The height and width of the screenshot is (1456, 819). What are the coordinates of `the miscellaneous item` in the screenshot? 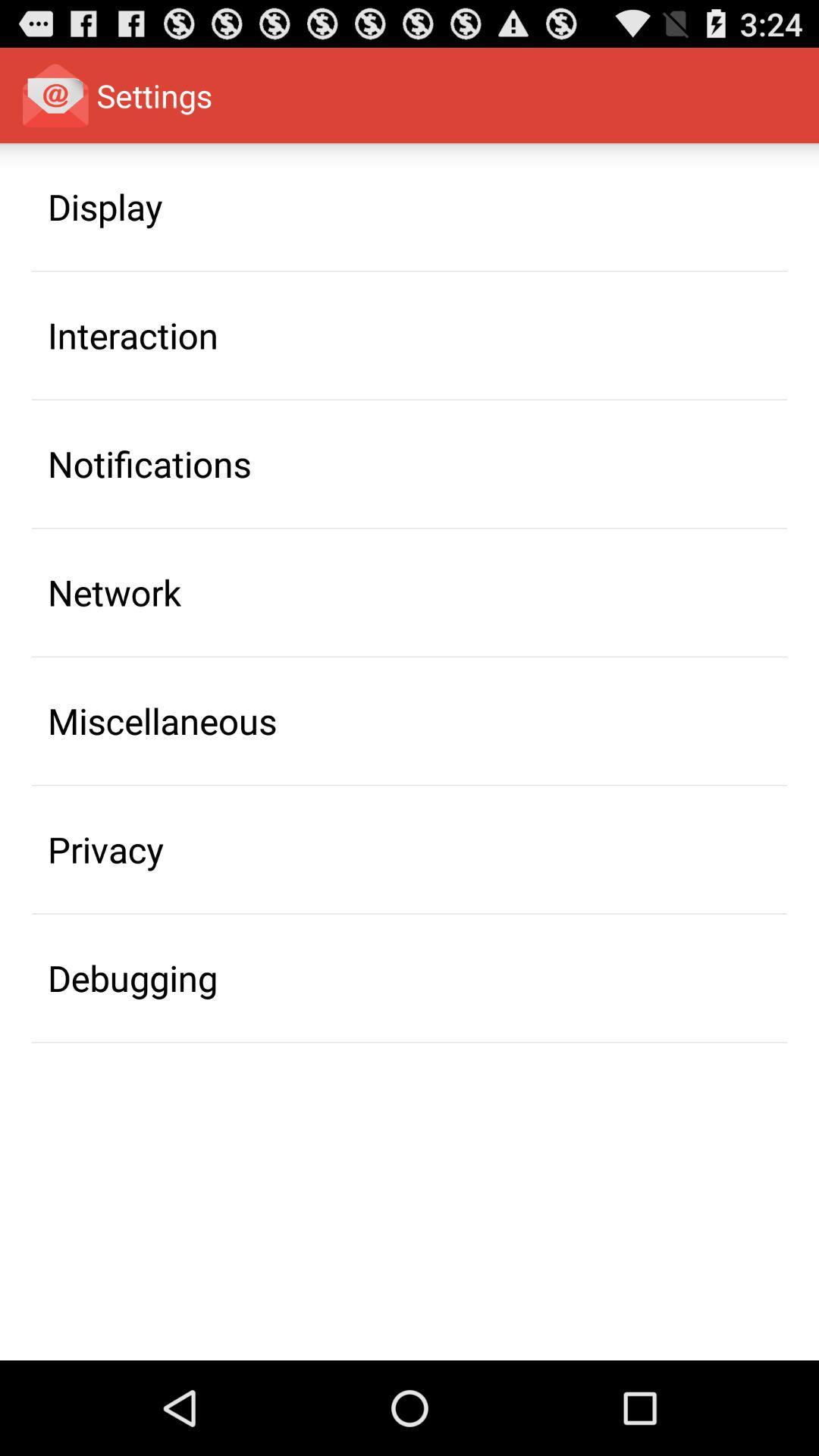 It's located at (162, 720).